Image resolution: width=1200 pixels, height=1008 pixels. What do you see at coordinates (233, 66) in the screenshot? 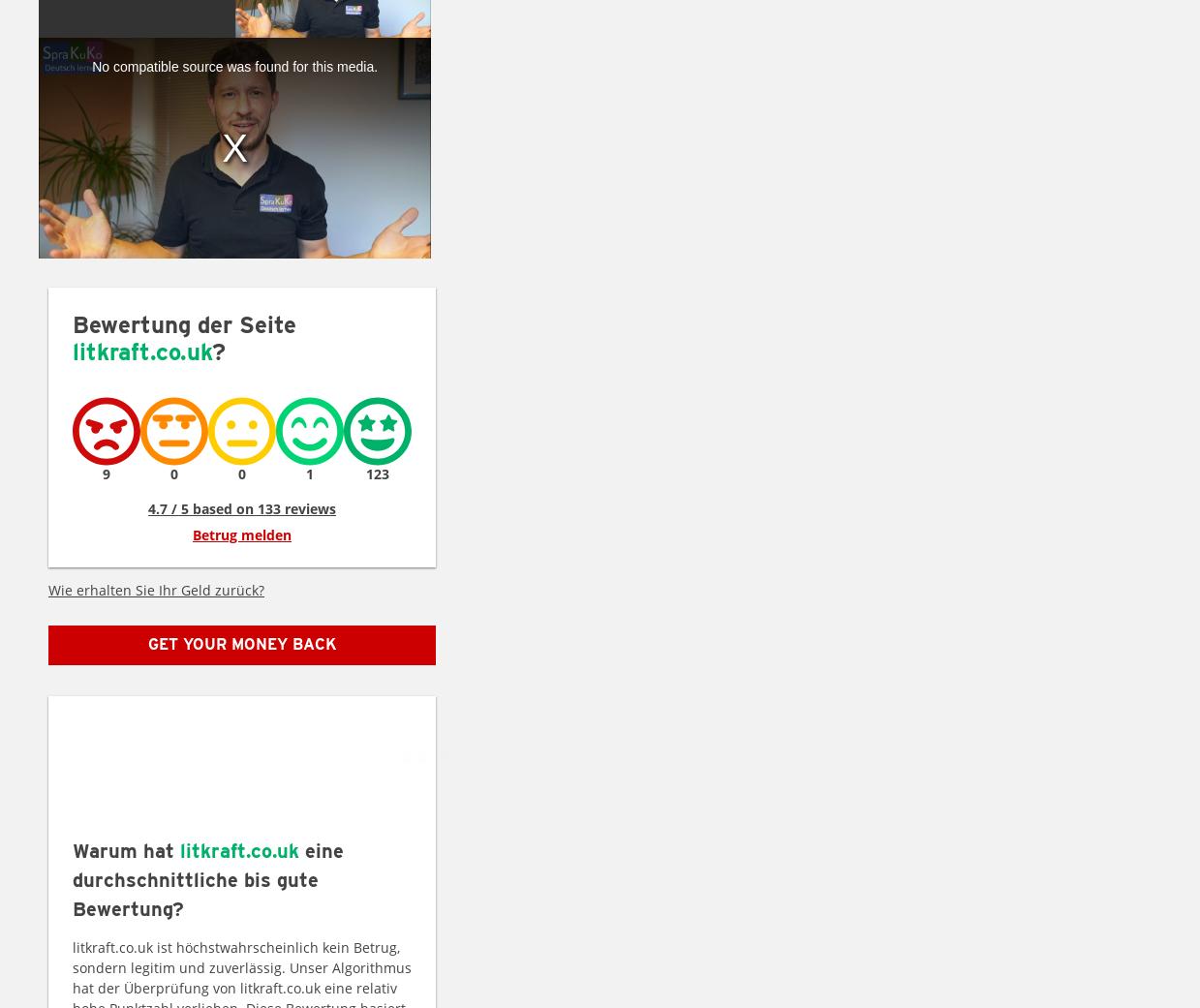
I see `'No compatible source was found for this media.'` at bounding box center [233, 66].